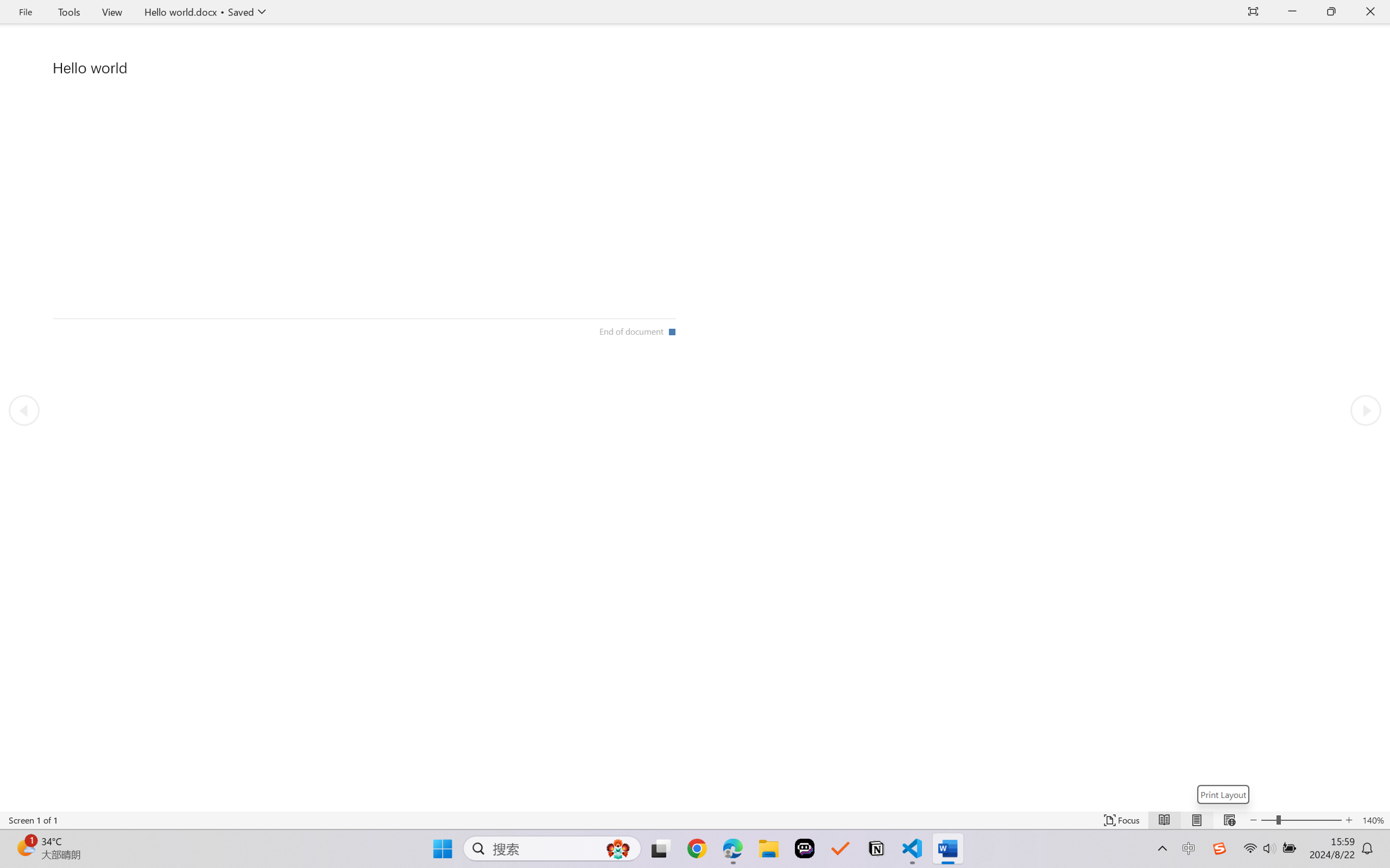 The height and width of the screenshot is (868, 1390). What do you see at coordinates (25, 847) in the screenshot?
I see `'AutomationID: BadgeAnchorLargeTicker'` at bounding box center [25, 847].